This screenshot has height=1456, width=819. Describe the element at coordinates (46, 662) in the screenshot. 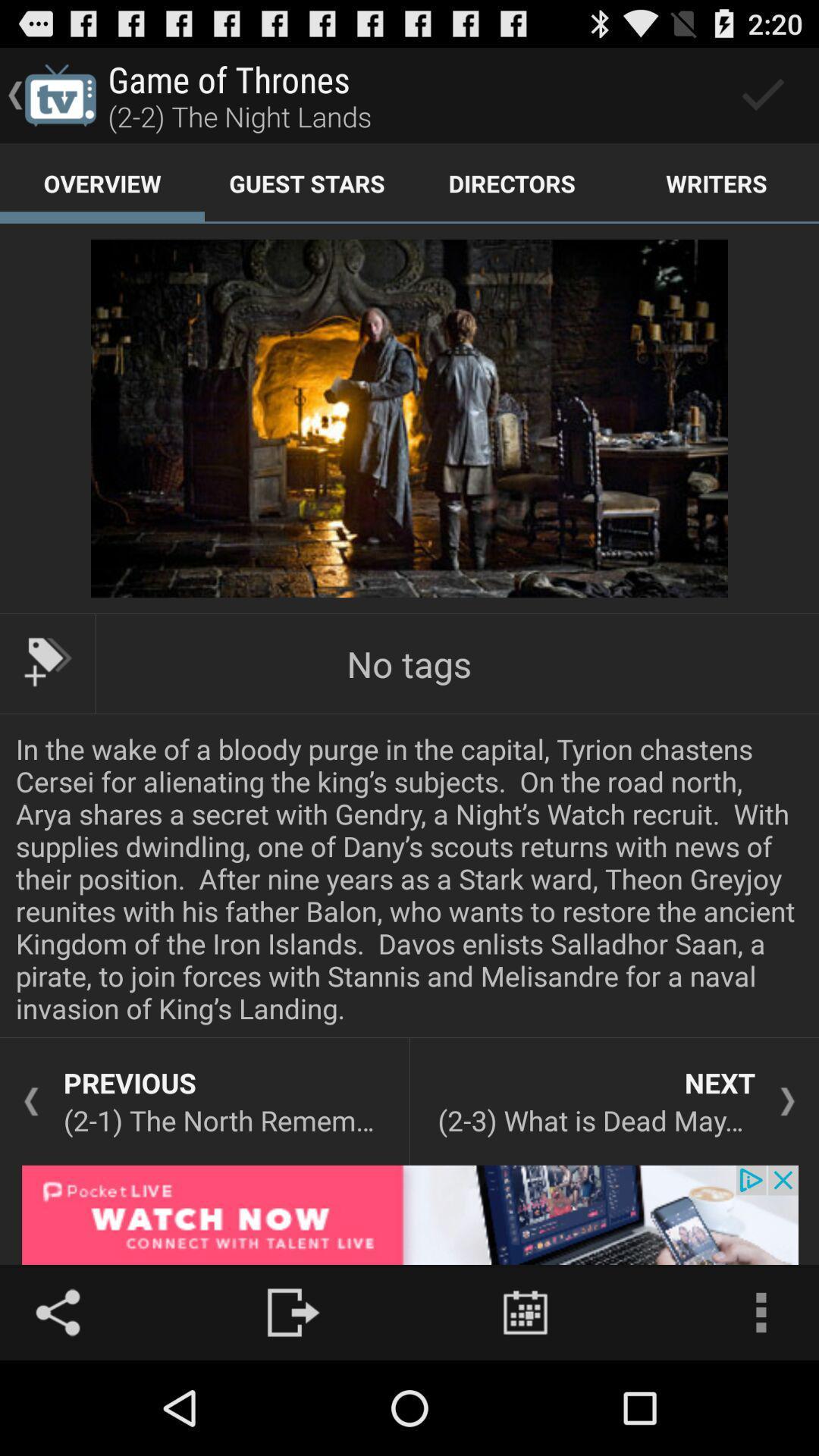

I see `tag` at that location.